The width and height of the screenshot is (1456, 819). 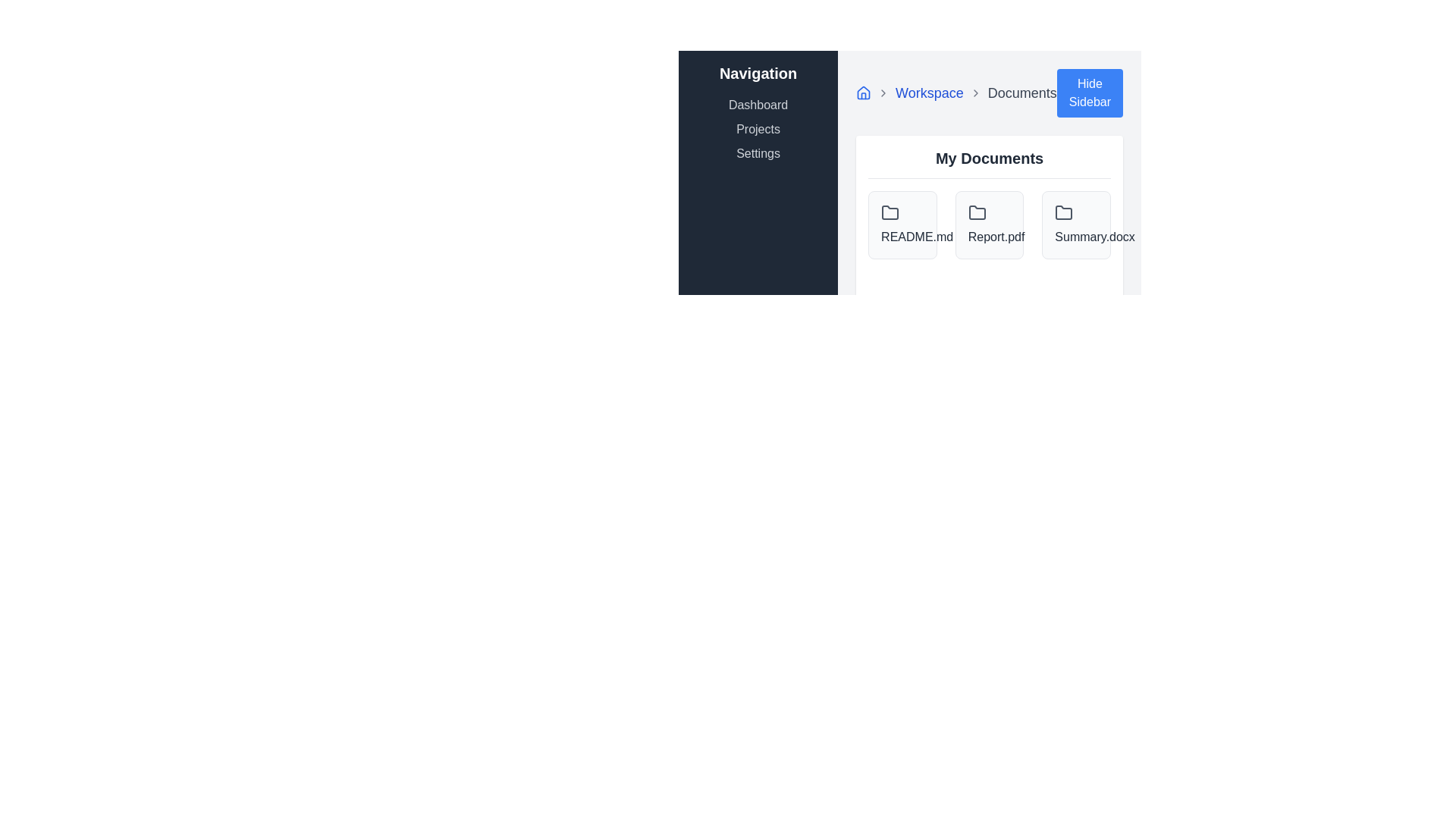 What do you see at coordinates (990, 225) in the screenshot?
I see `the Grid Item that links to 'Report.pdf'` at bounding box center [990, 225].